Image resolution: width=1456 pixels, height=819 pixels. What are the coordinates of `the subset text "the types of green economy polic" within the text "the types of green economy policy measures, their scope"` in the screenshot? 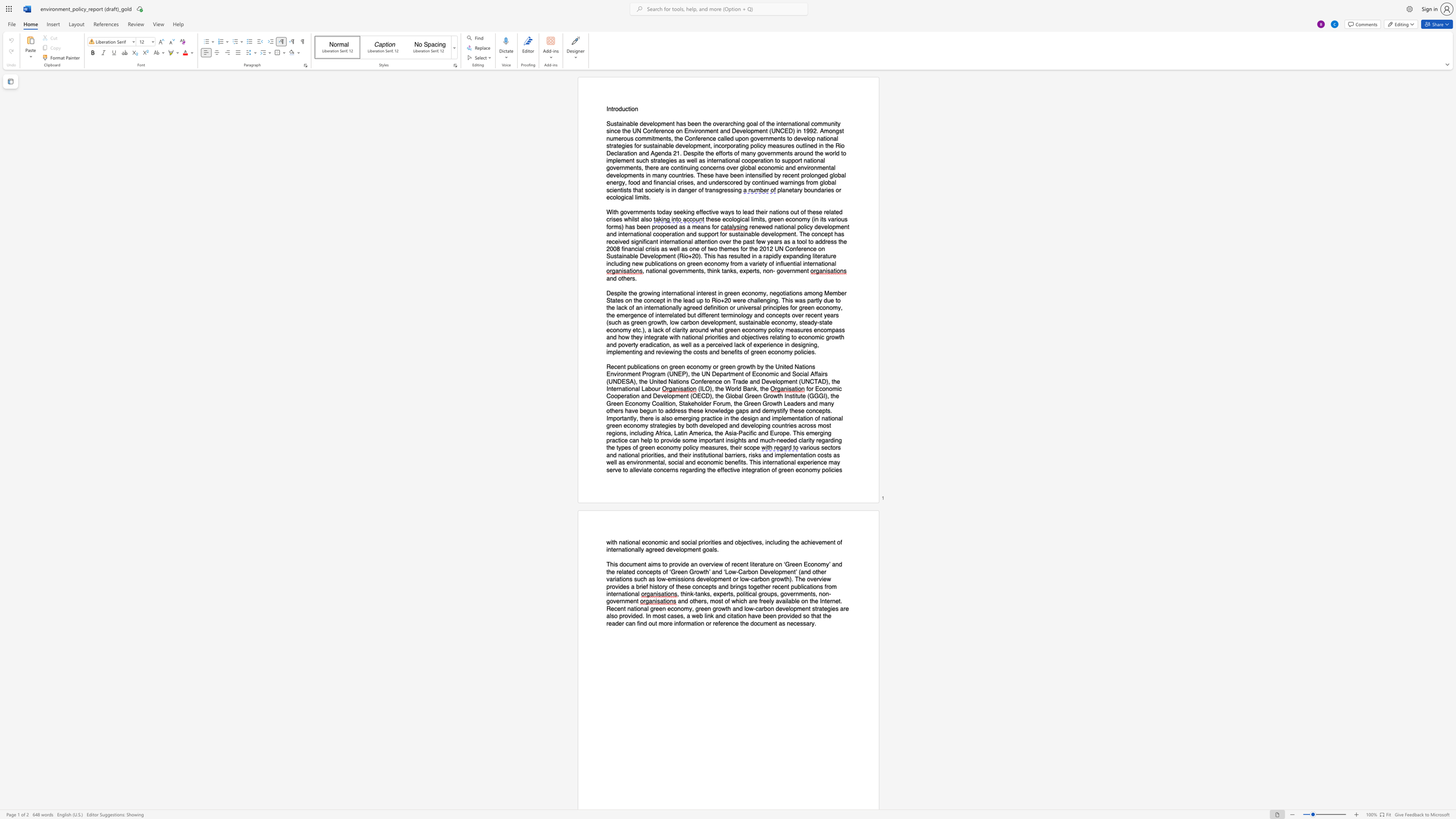 It's located at (606, 447).